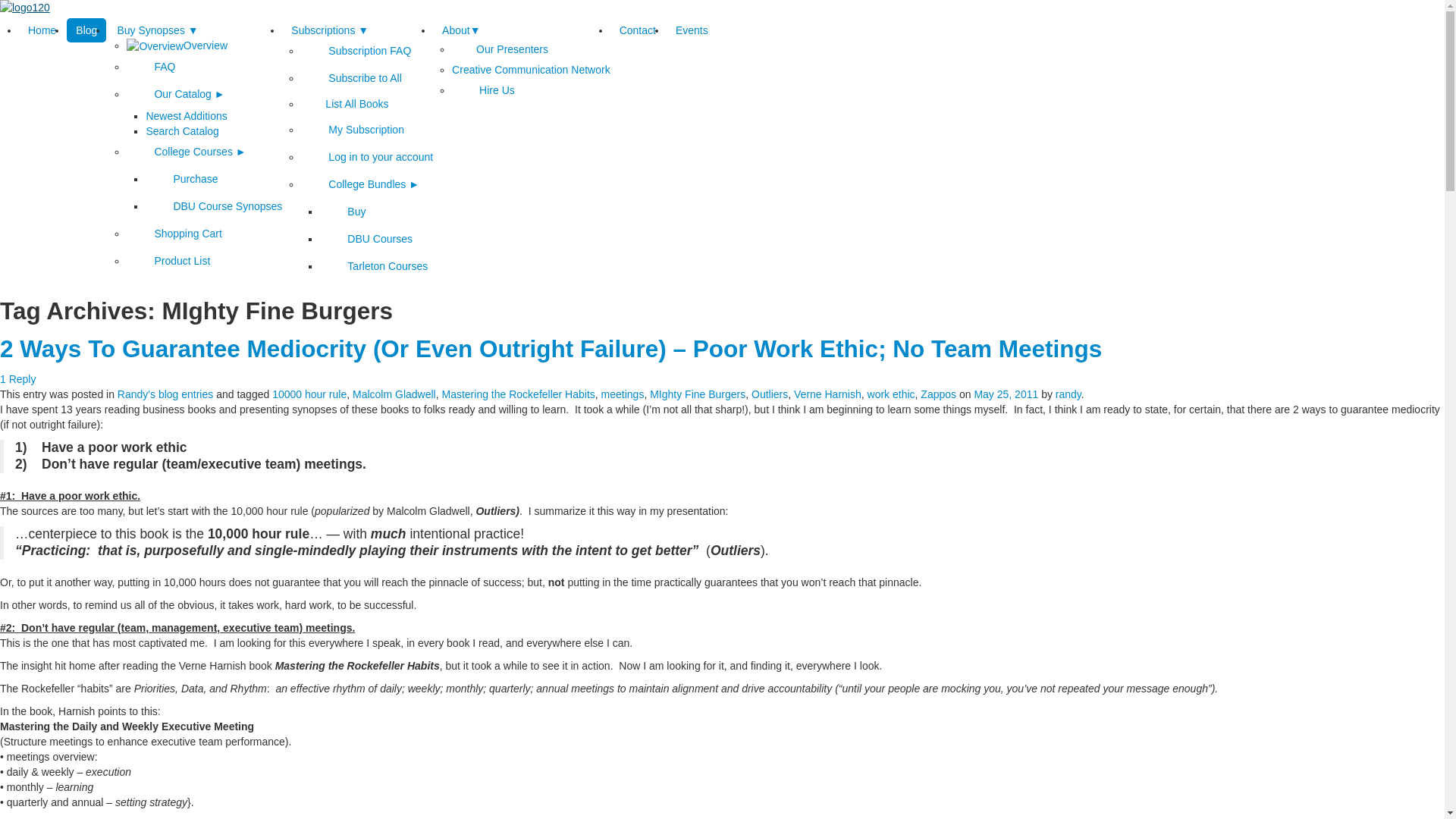 Image resolution: width=1456 pixels, height=819 pixels. What do you see at coordinates (482, 90) in the screenshot?
I see `'Hire Us'` at bounding box center [482, 90].